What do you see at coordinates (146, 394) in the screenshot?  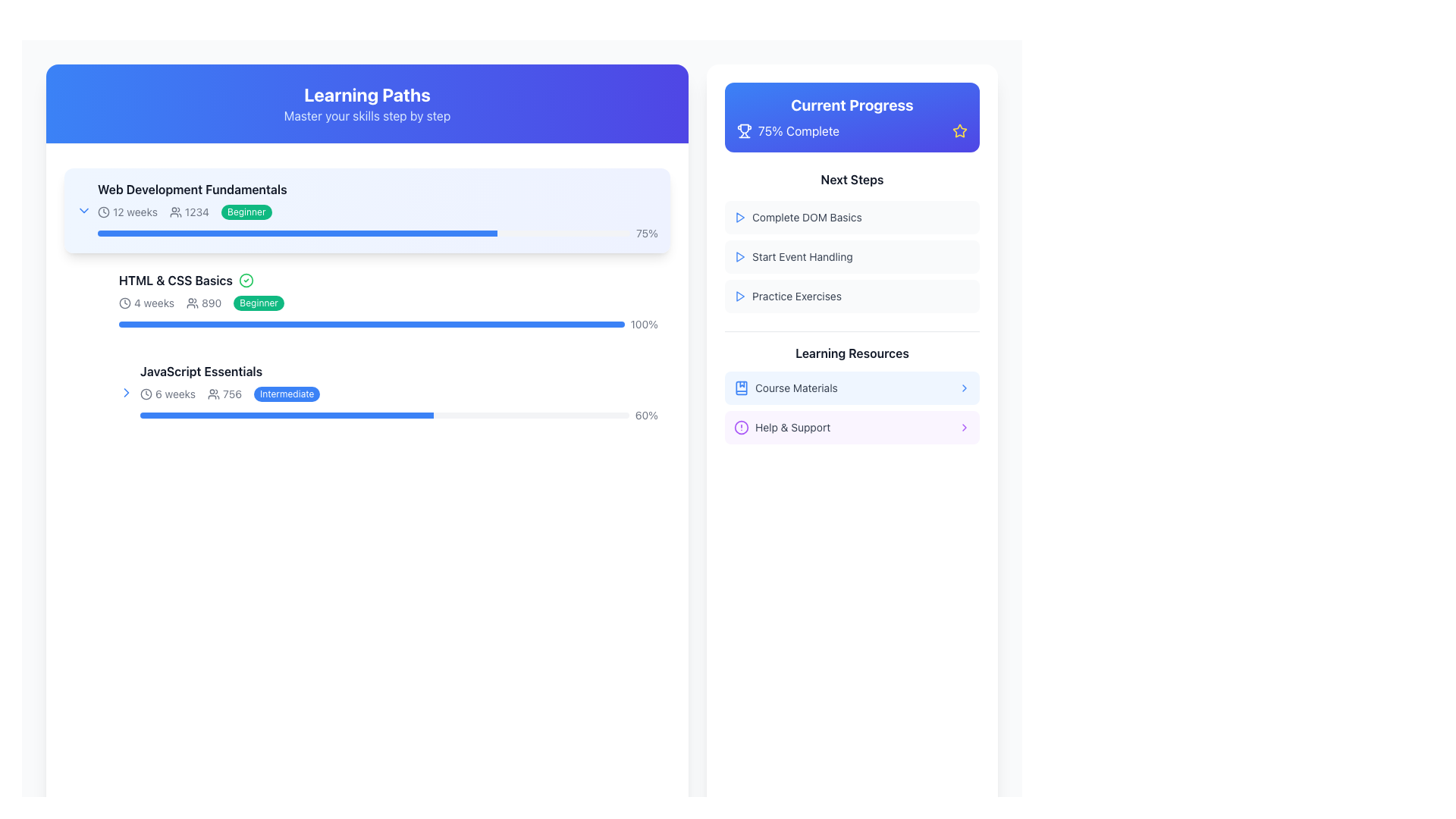 I see `the styling of the visual indicator icon located to the left of the '6 weeks' label under the 'JavaScript Essentials' section` at bounding box center [146, 394].